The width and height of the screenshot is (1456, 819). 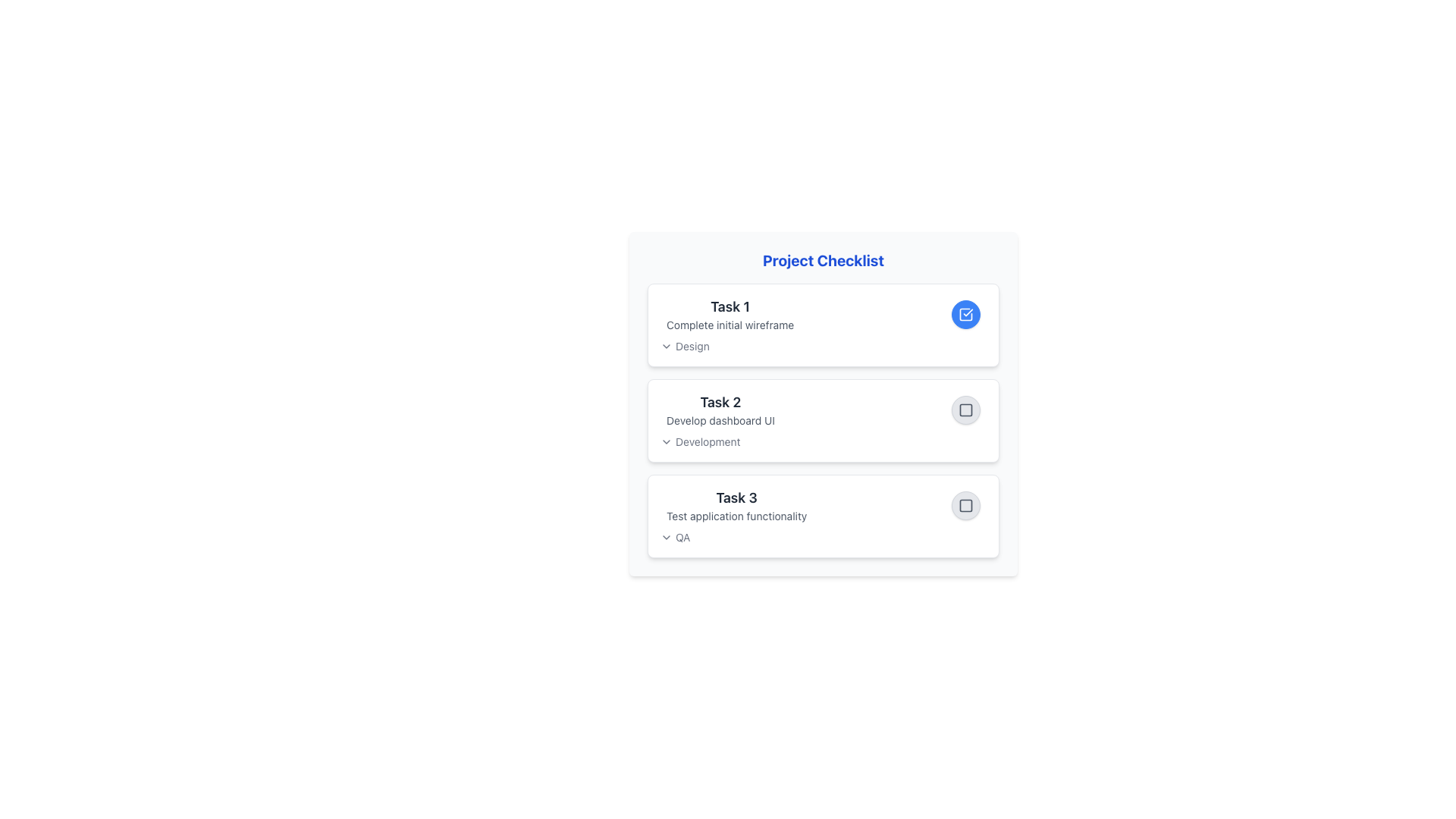 What do you see at coordinates (730, 306) in the screenshot?
I see `the static text label element that displays 'Task 1', which is bold and black, located at the upper-left corner of the first task card in the checklist interface` at bounding box center [730, 306].